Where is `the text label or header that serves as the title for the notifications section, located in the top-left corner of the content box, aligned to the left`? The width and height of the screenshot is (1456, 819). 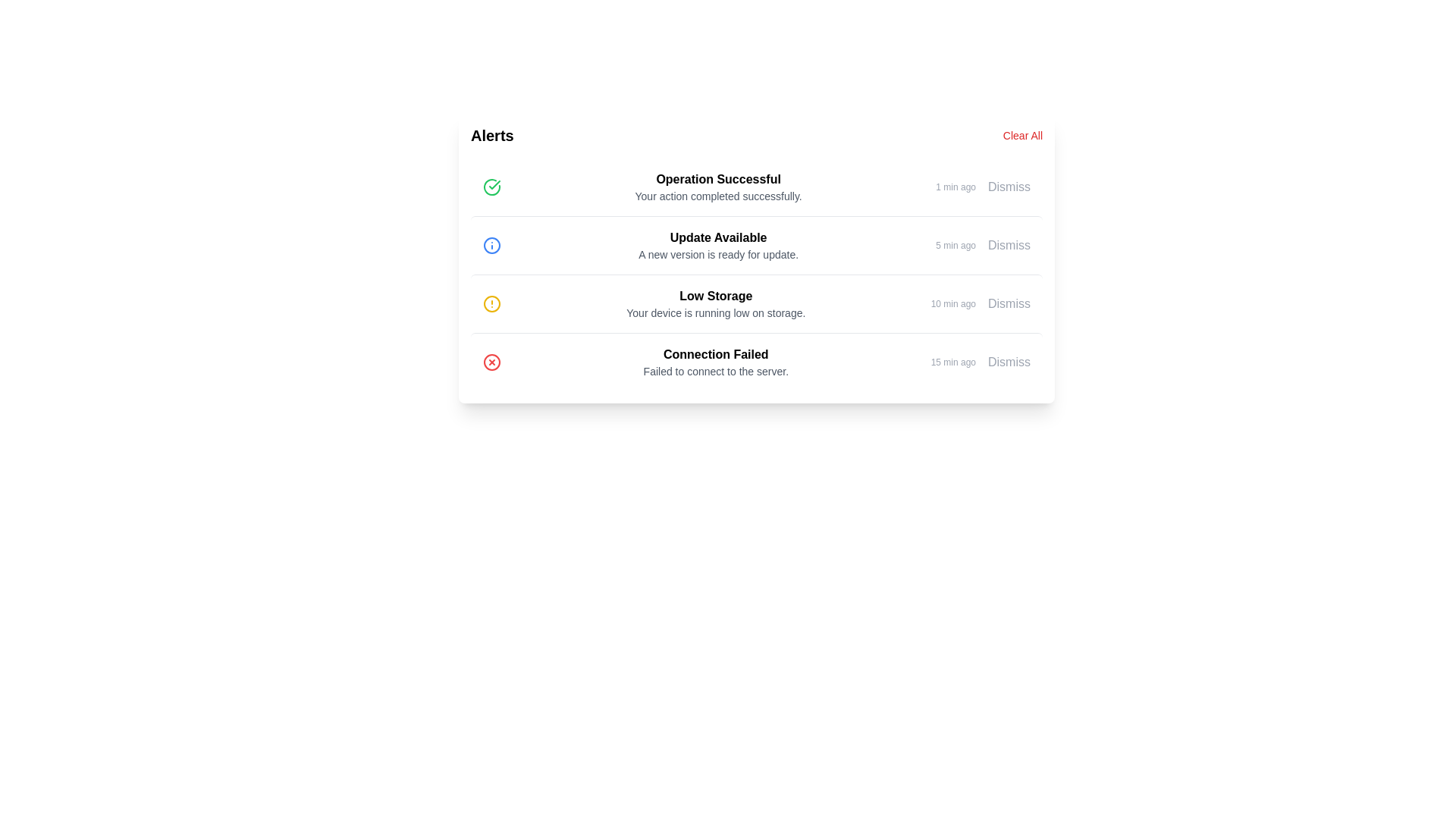 the text label or header that serves as the title for the notifications section, located in the top-left corner of the content box, aligned to the left is located at coordinates (492, 134).